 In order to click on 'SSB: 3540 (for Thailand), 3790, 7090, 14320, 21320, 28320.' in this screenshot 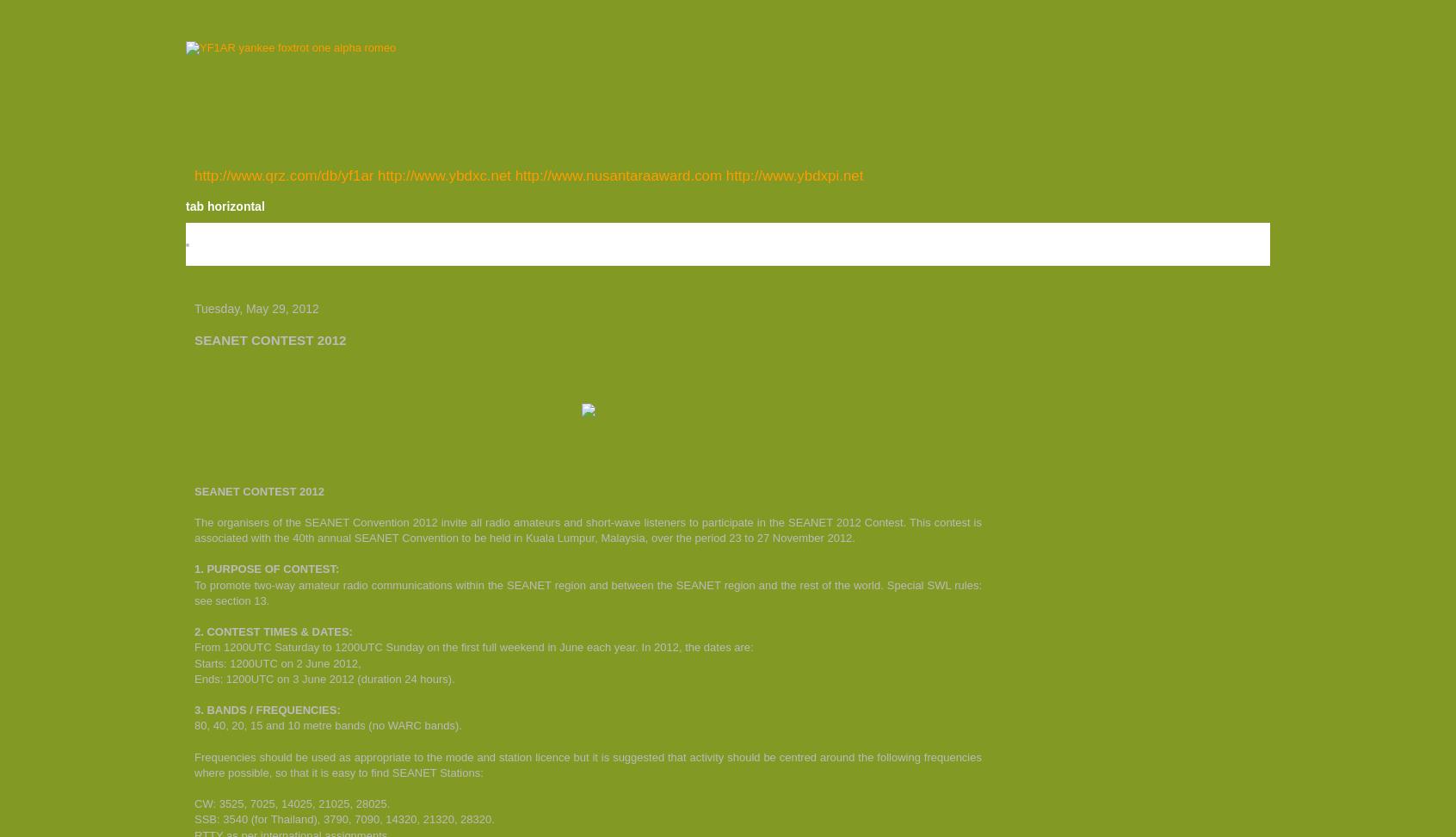, I will do `click(343, 818)`.